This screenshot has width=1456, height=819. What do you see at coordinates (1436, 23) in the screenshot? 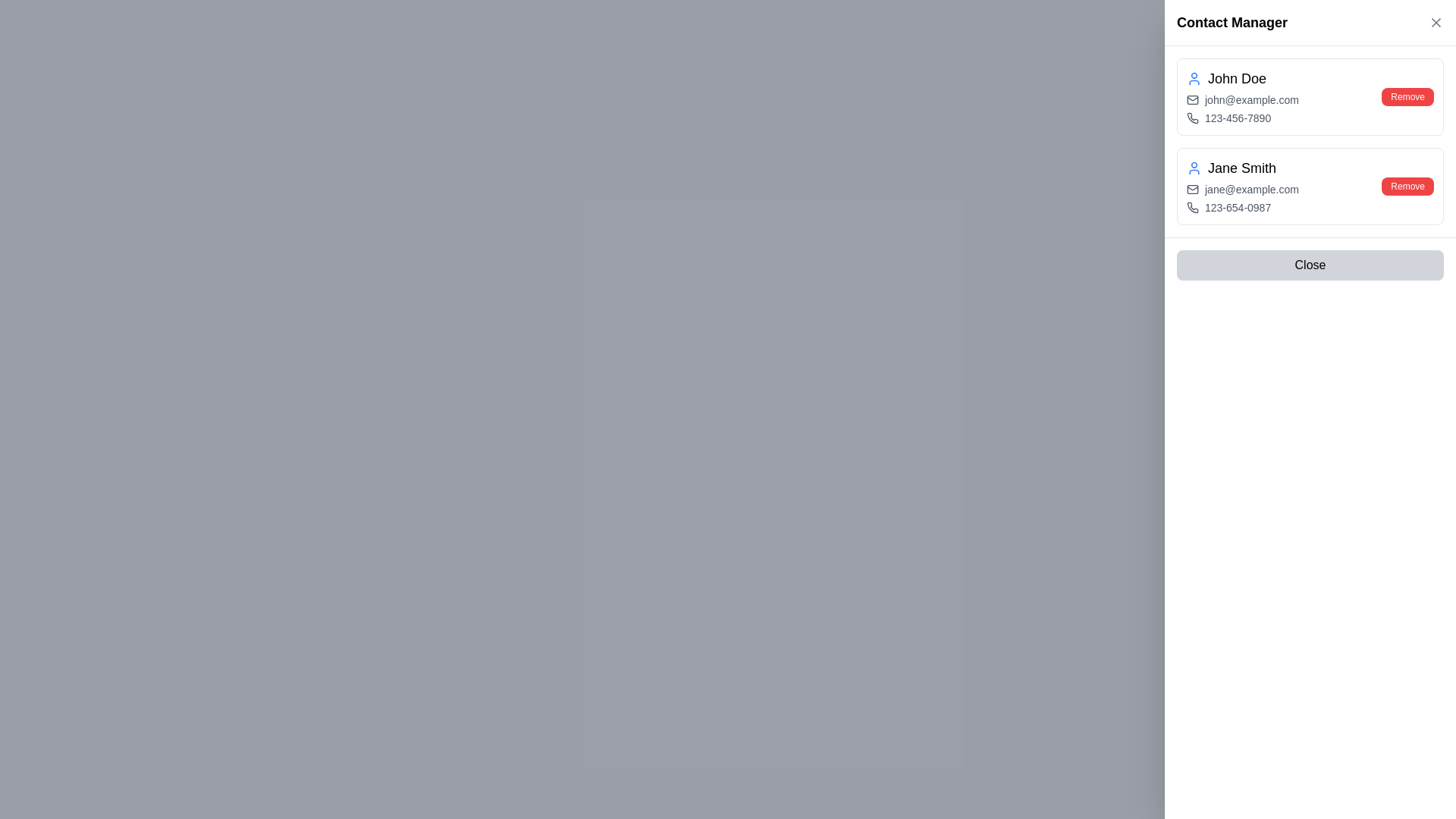
I see `the small 'close' icon featuring an 'X' glyph located at the top-right corner of the header section` at bounding box center [1436, 23].